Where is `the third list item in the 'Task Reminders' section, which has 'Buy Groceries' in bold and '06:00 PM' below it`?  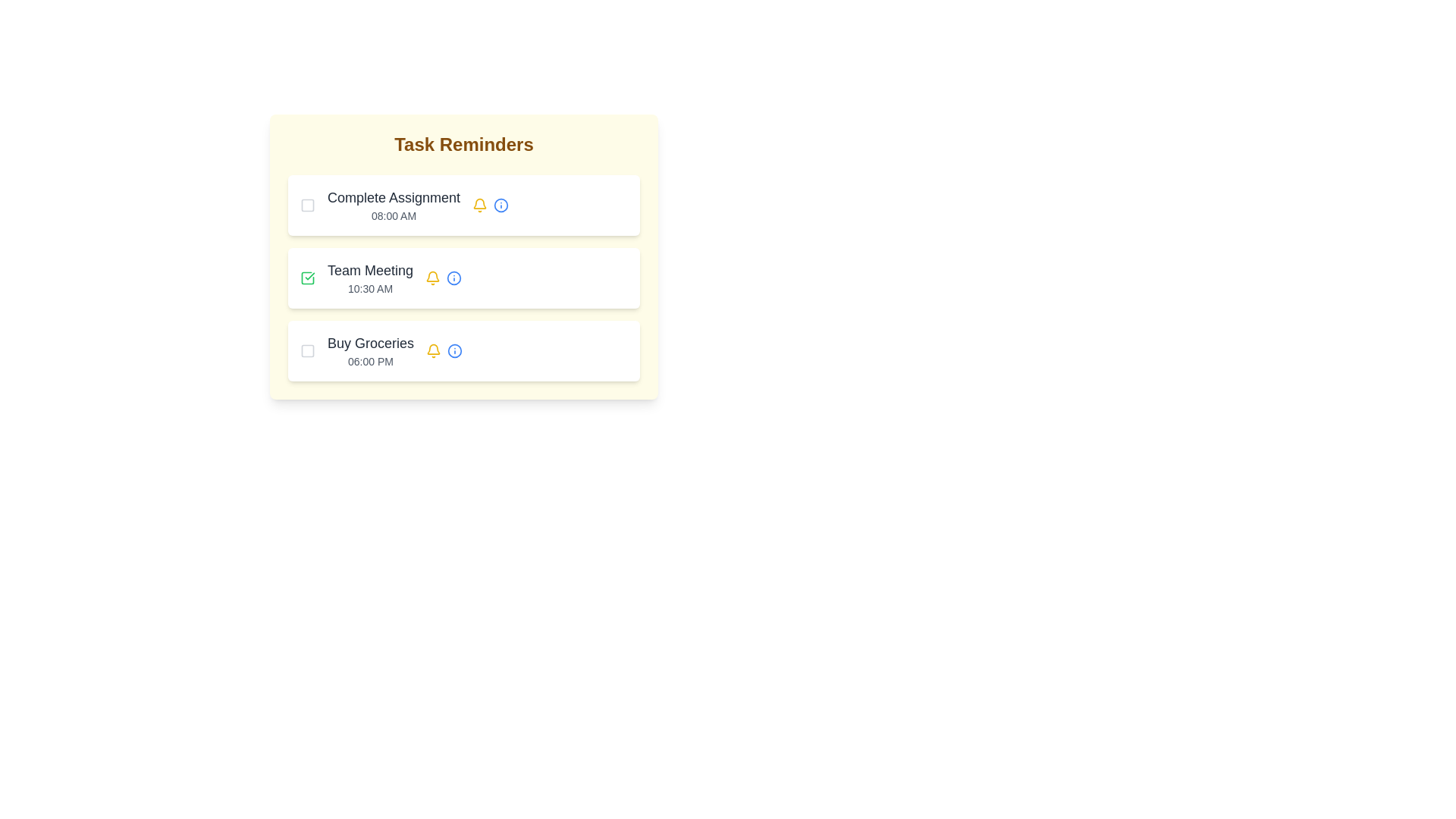 the third list item in the 'Task Reminders' section, which has 'Buy Groceries' in bold and '06:00 PM' below it is located at coordinates (463, 350).